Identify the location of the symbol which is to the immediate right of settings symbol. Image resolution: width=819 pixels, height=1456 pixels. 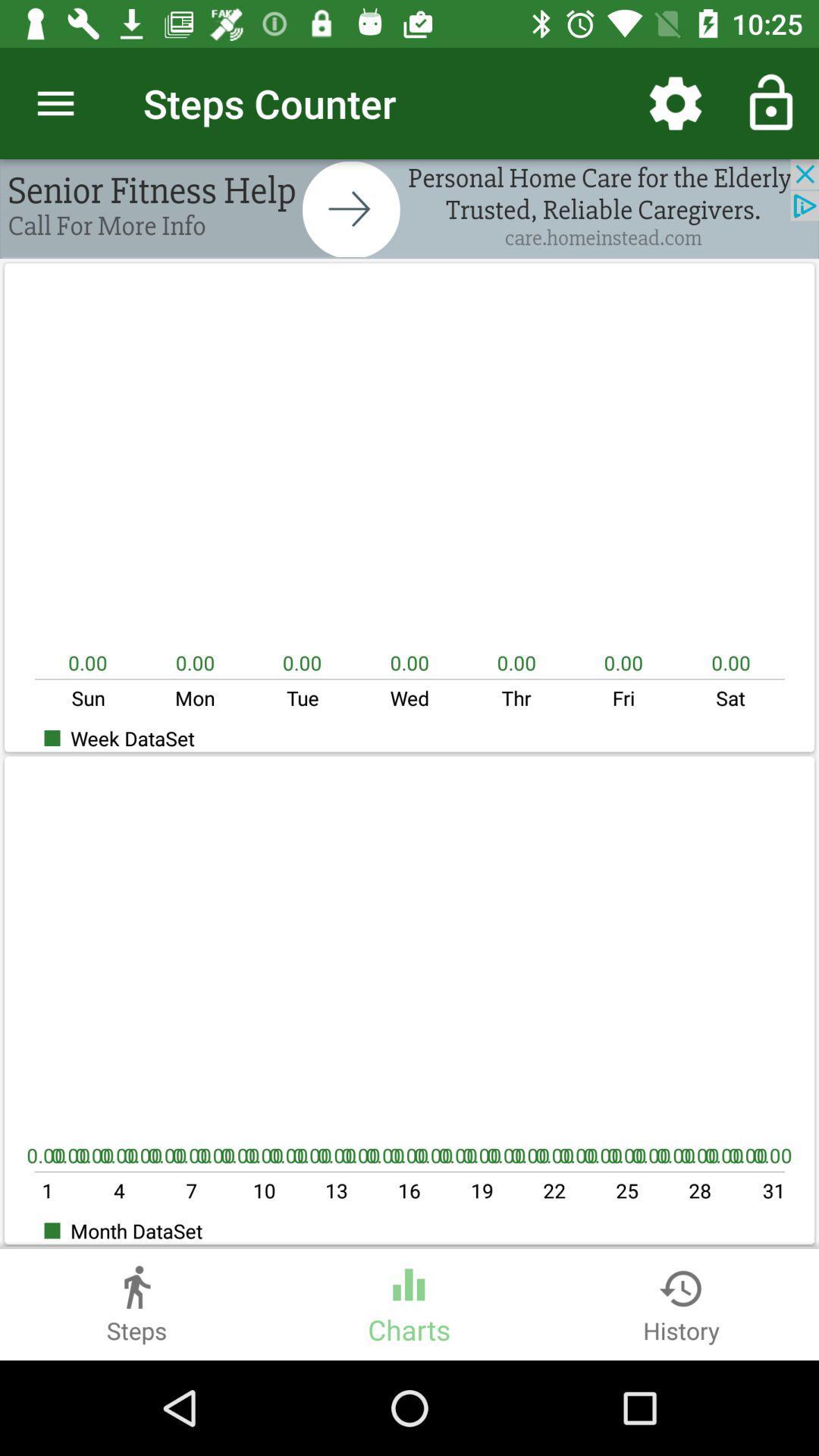
(771, 103).